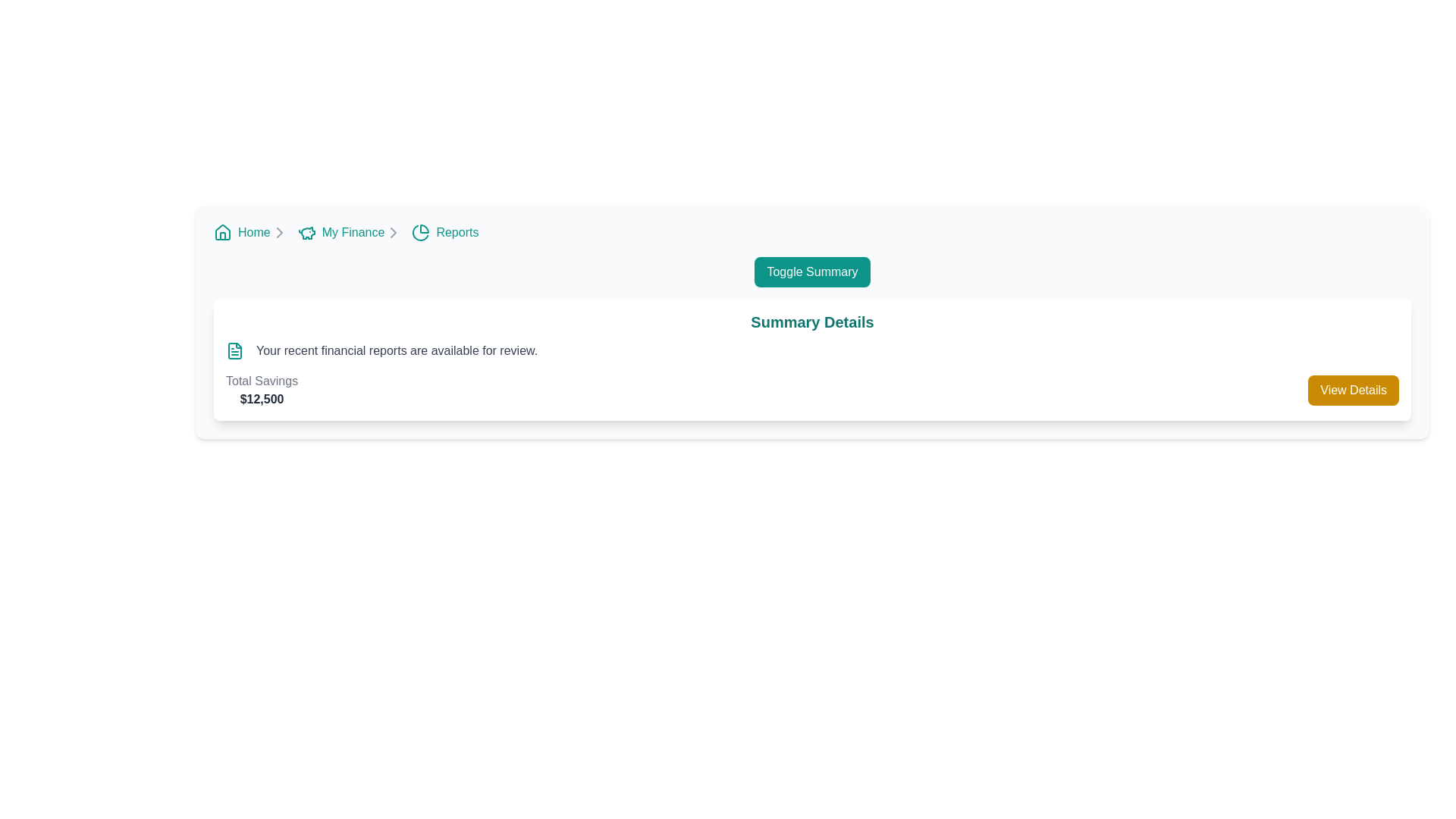  I want to click on the 'Reports' breadcrumb link using keyboard navigation, so click(444, 233).